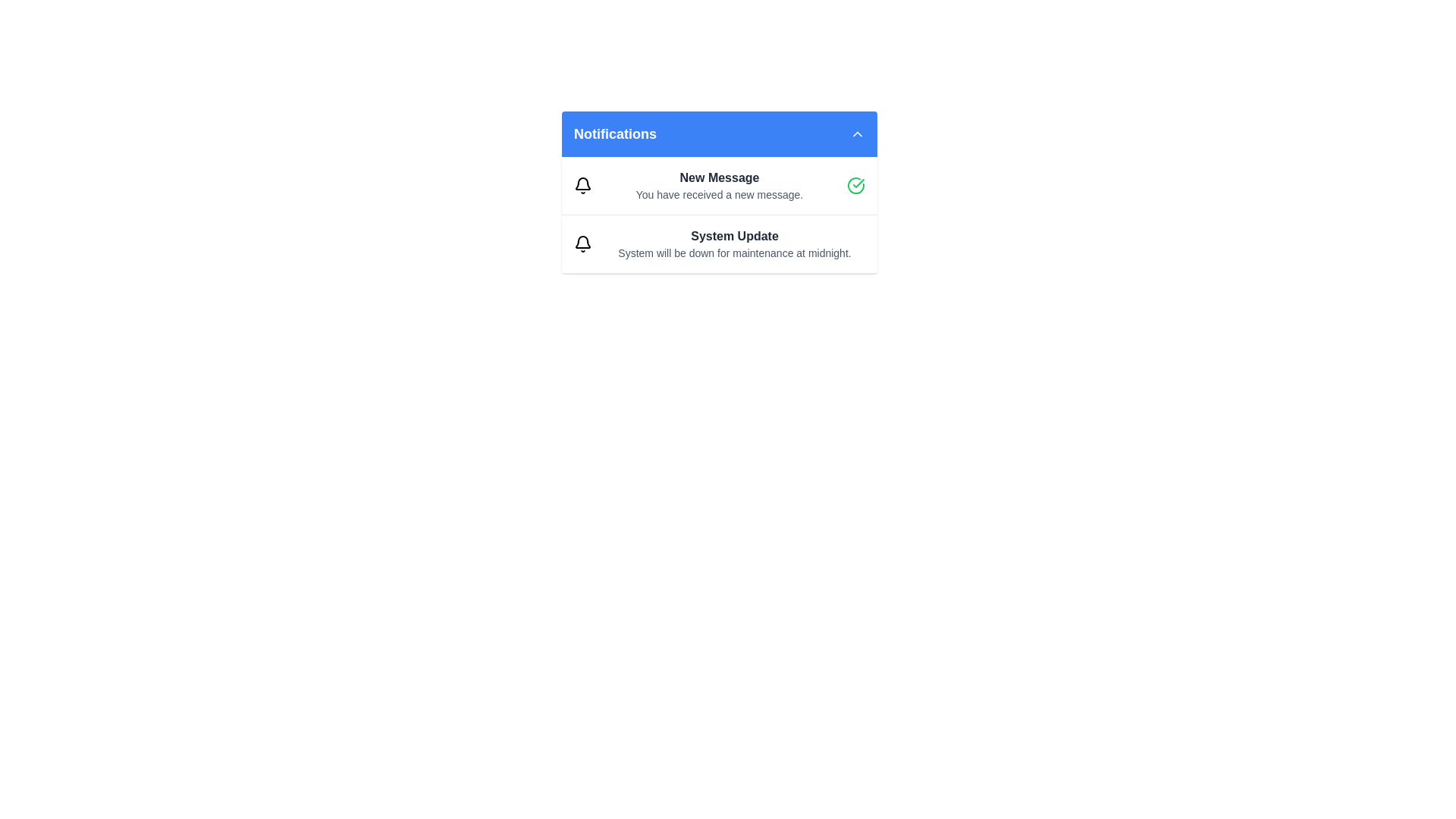 The width and height of the screenshot is (1456, 819). I want to click on notification messages from the Notifications panel, which has a white background and a blue header displaying 'Notifications', so click(719, 192).